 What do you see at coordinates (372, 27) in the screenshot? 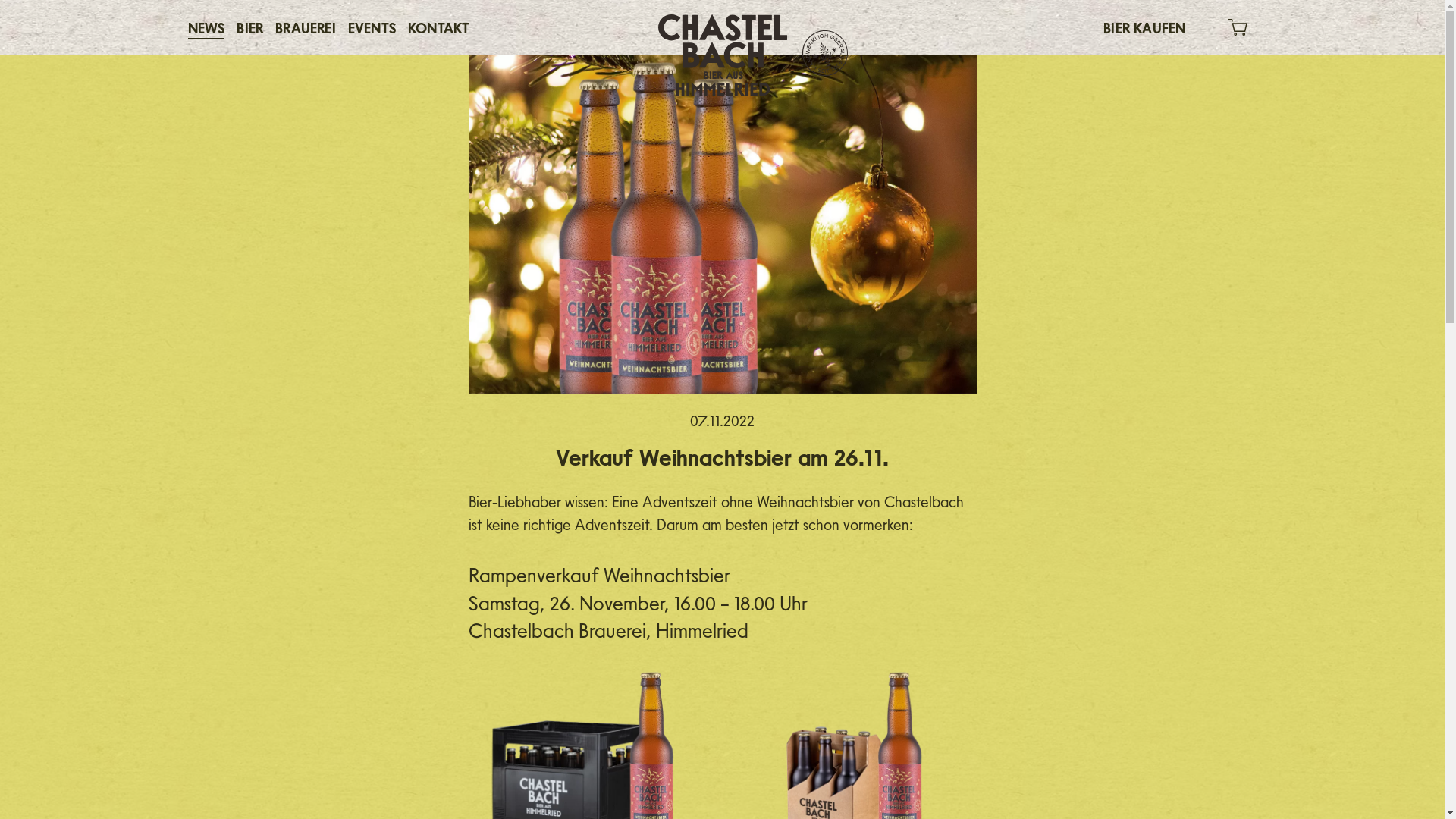
I see `'EVENTS'` at bounding box center [372, 27].